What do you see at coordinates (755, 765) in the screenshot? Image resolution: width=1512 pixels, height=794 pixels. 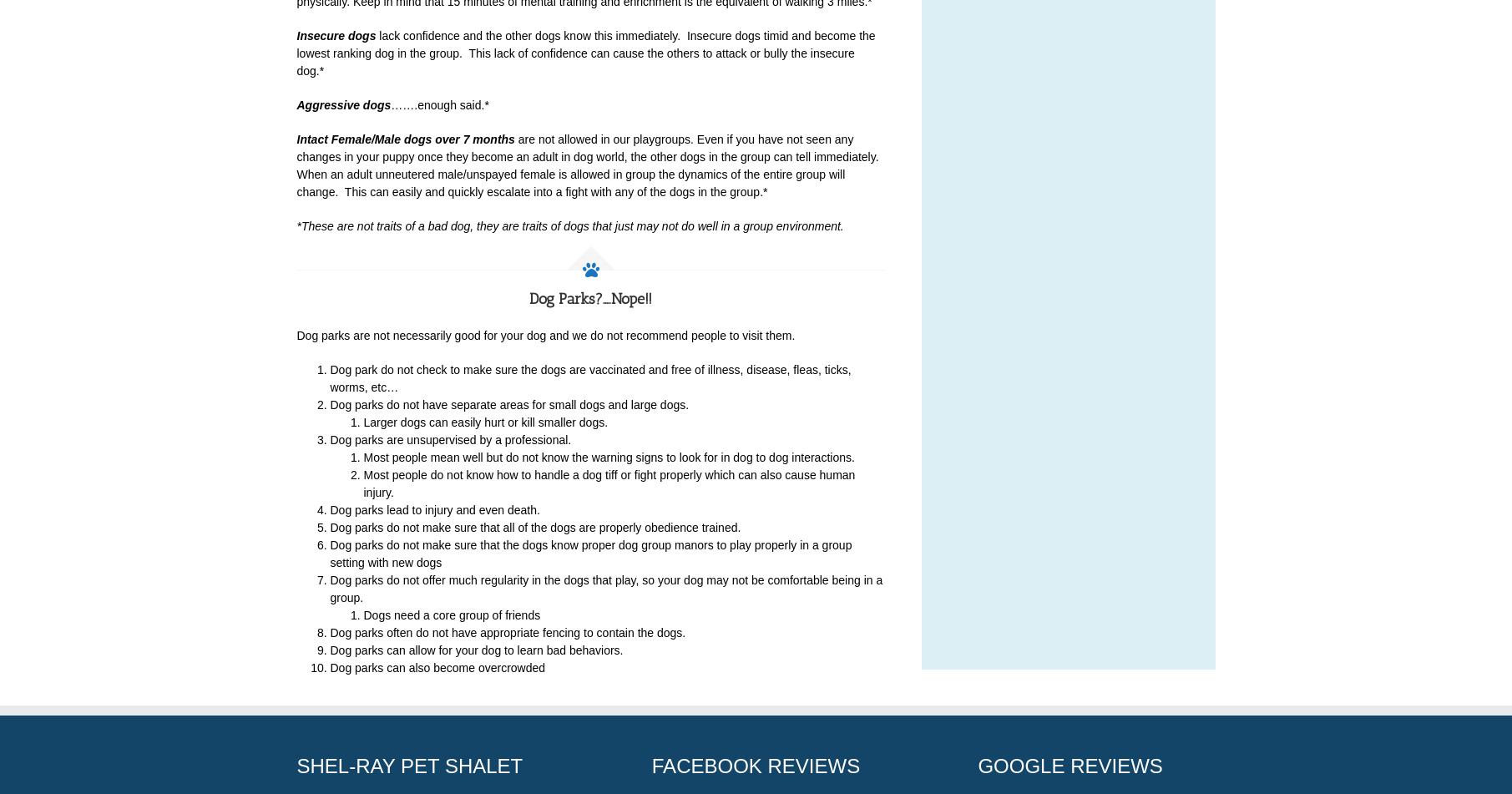 I see `'FACEBOOK REVIEWS'` at bounding box center [755, 765].